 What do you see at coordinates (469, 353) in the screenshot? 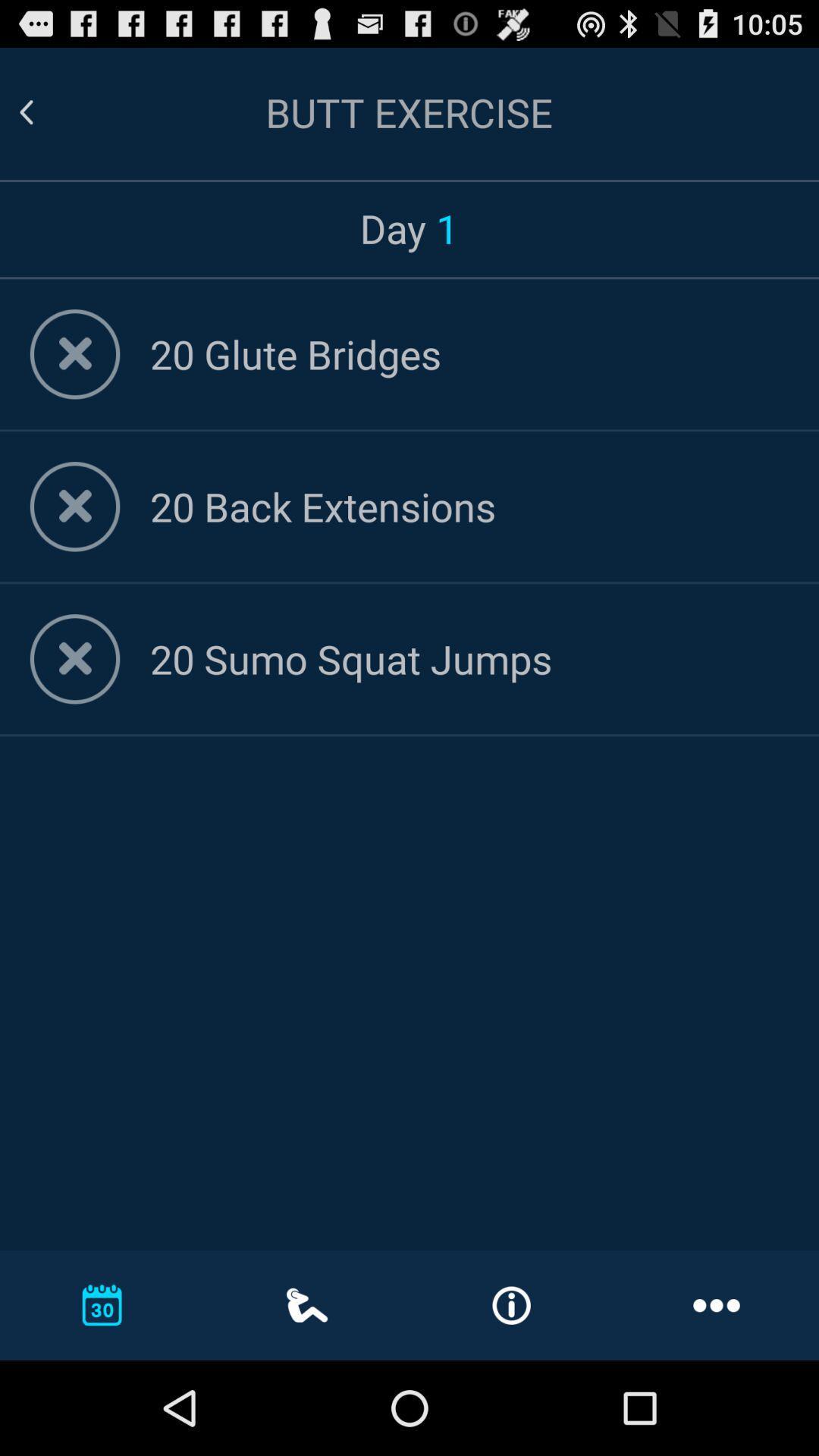
I see `the 20 glute bridges` at bounding box center [469, 353].